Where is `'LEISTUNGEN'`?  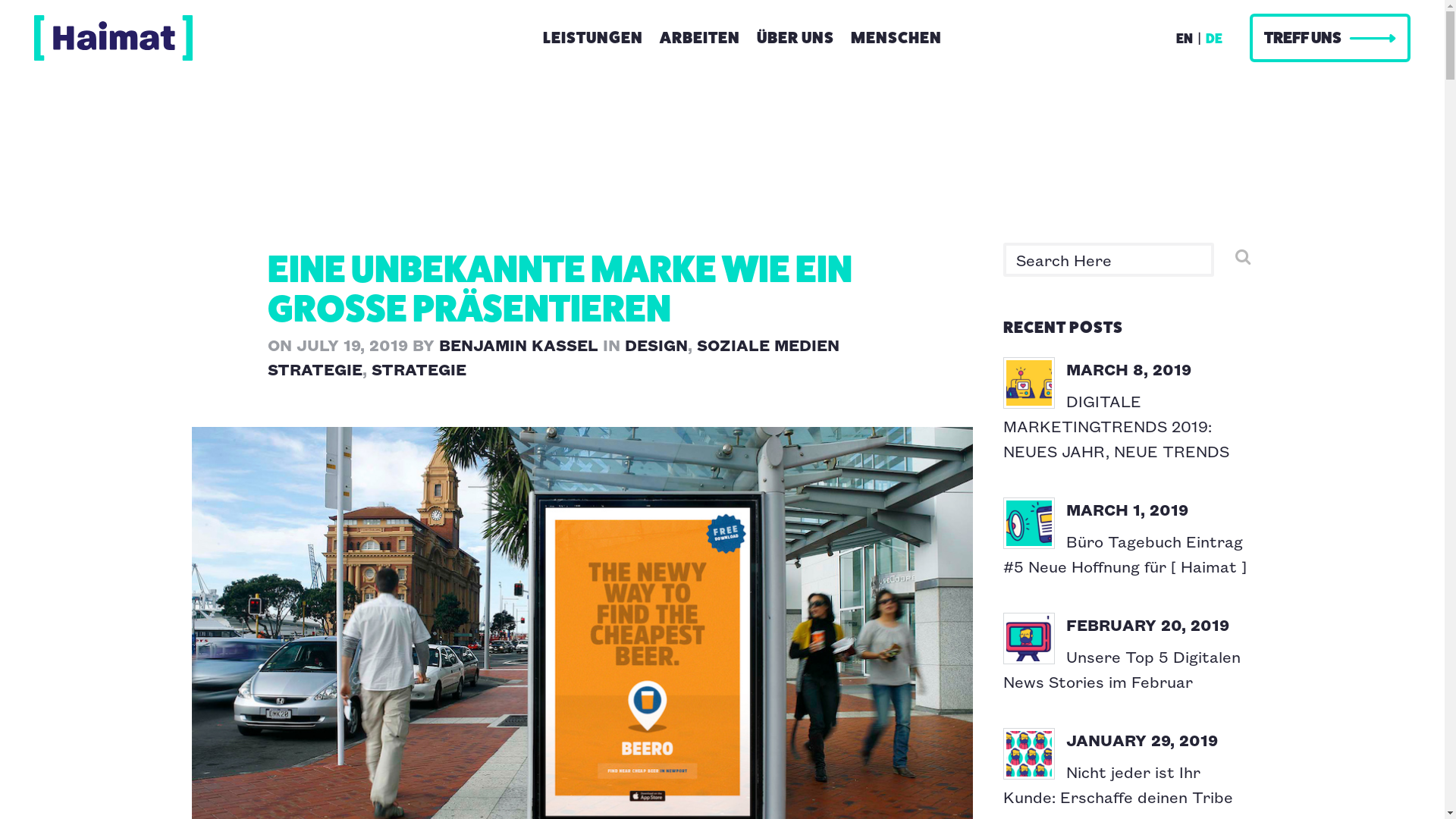 'LEISTUNGEN' is located at coordinates (542, 26).